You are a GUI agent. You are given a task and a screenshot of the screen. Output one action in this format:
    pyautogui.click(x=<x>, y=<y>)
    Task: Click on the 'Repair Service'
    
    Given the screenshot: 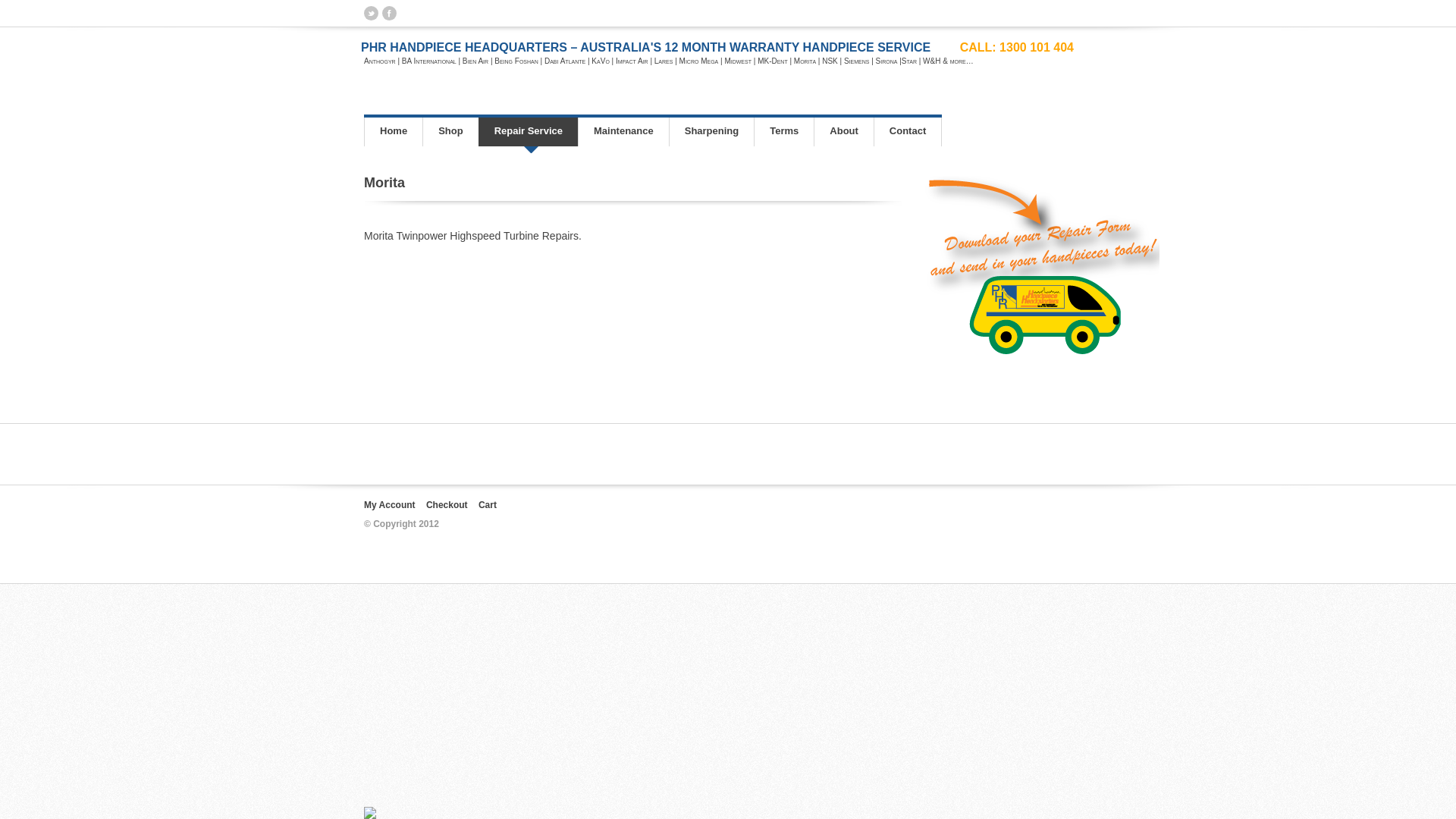 What is the action you would take?
    pyautogui.click(x=528, y=130)
    